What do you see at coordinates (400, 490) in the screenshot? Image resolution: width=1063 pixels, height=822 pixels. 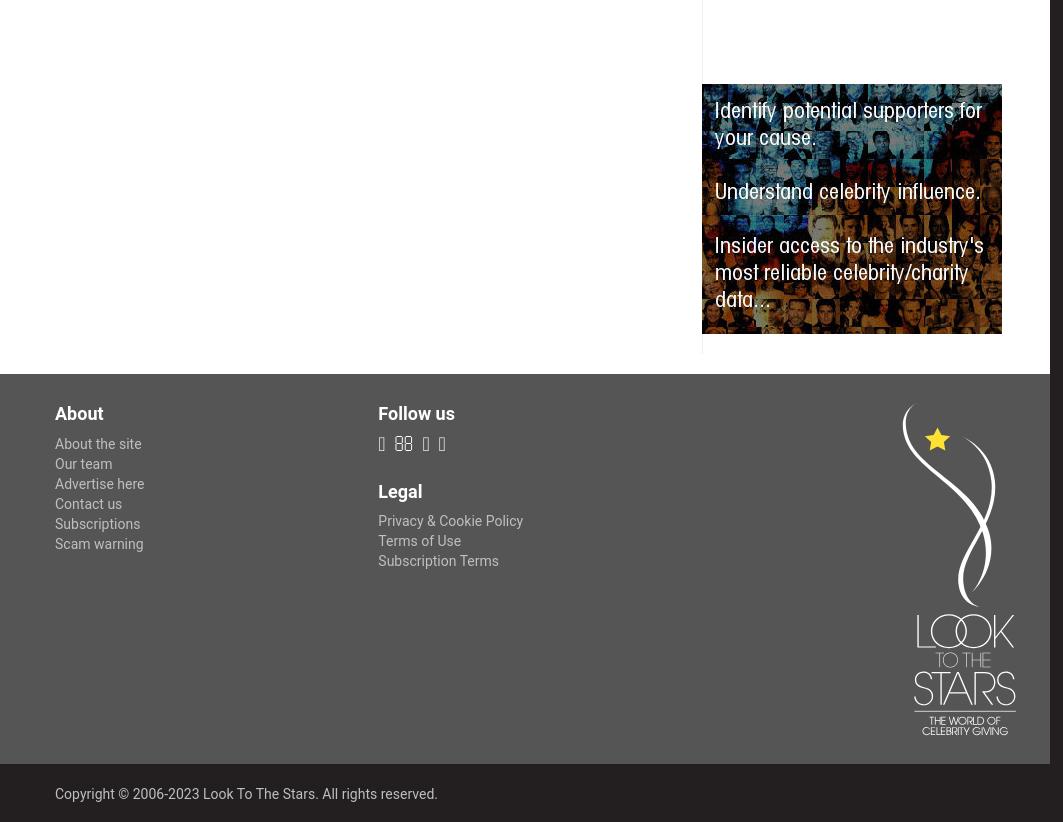 I see `'Legal'` at bounding box center [400, 490].